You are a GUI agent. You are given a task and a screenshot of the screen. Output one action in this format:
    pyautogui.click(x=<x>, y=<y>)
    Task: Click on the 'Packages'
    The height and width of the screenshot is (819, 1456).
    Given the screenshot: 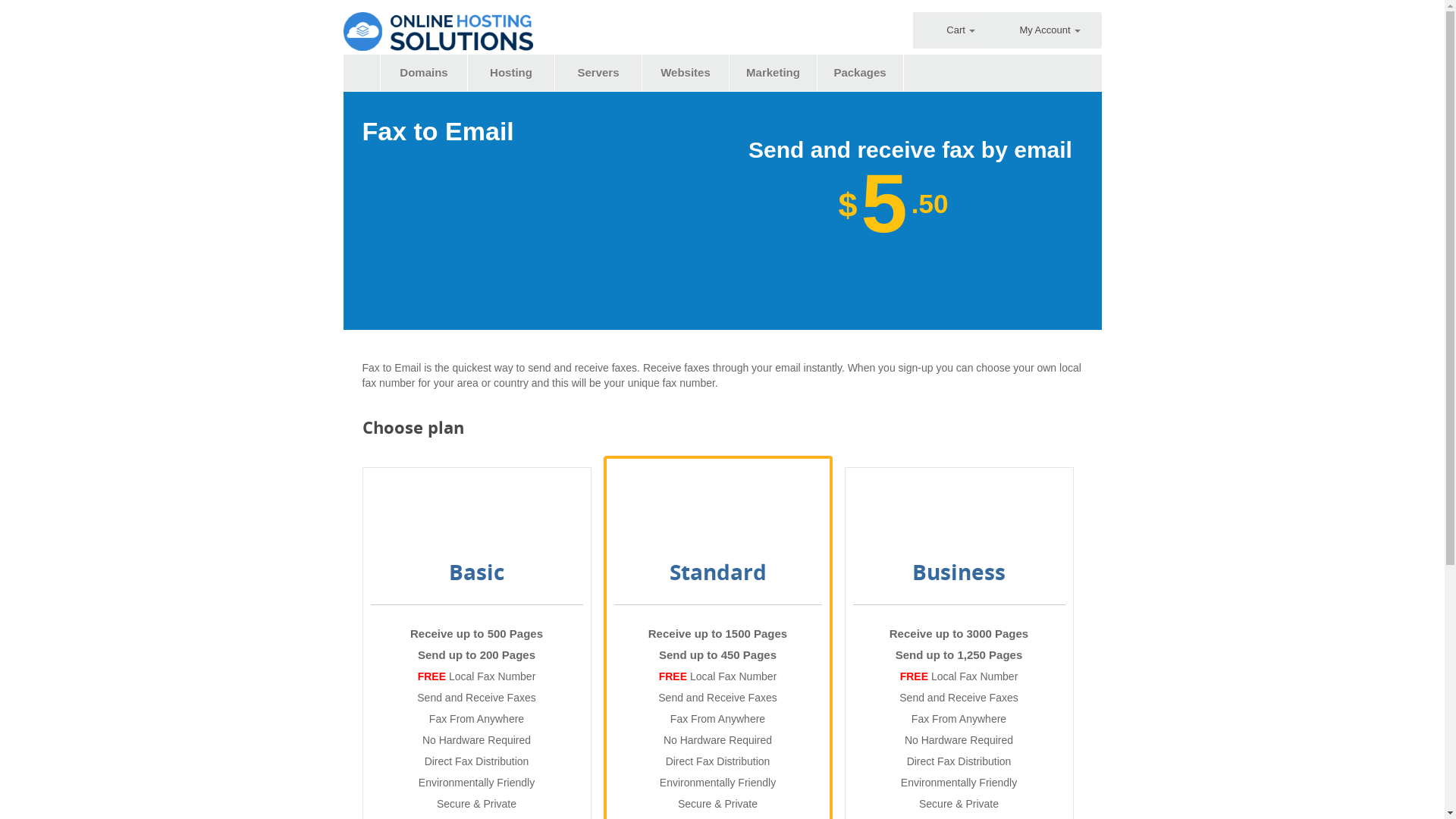 What is the action you would take?
    pyautogui.click(x=817, y=73)
    